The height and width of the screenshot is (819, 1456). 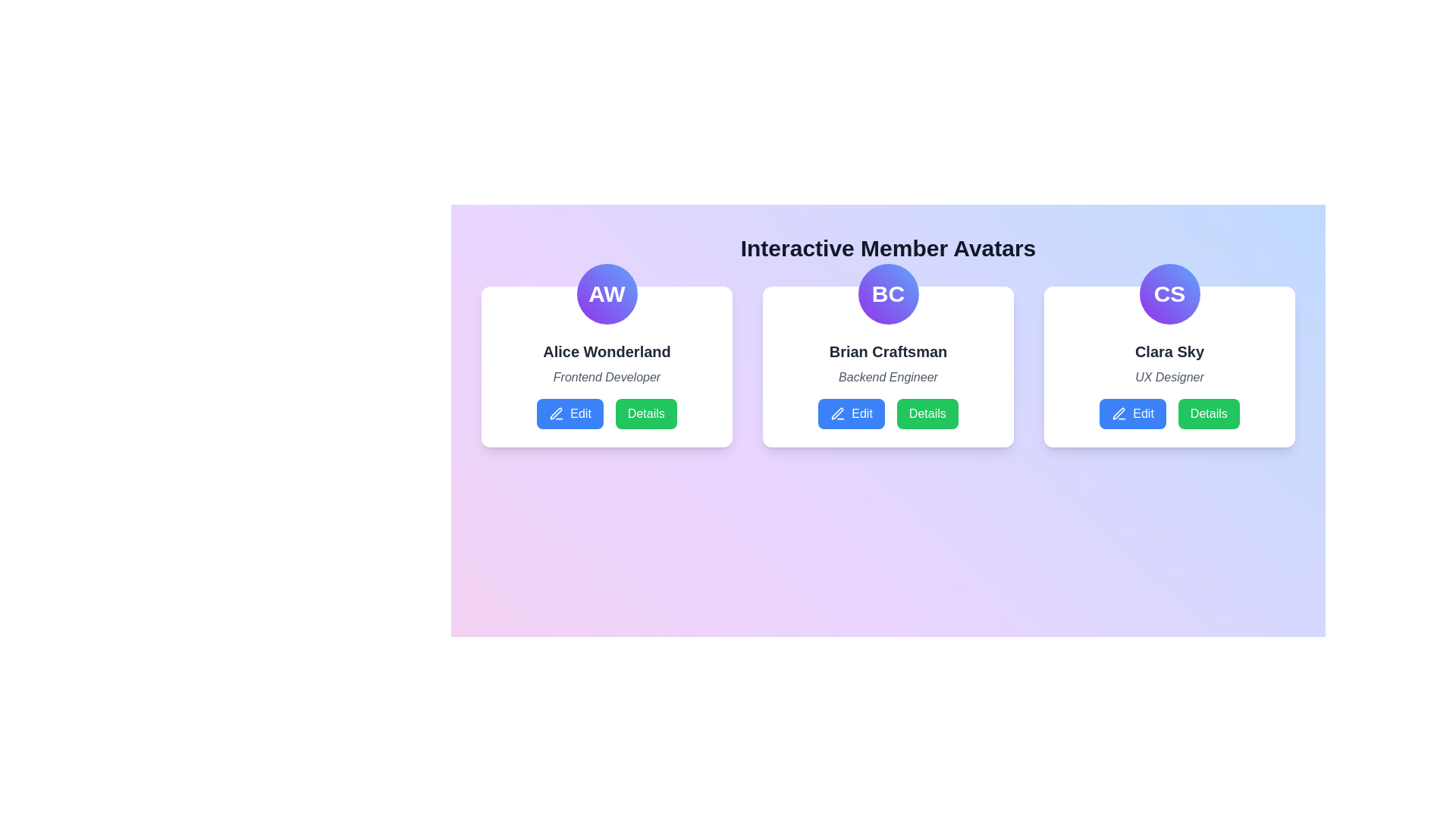 I want to click on the 'Edit' icon within the SVG graphic of the middle card labeled 'Brian Craftsman', so click(x=836, y=413).